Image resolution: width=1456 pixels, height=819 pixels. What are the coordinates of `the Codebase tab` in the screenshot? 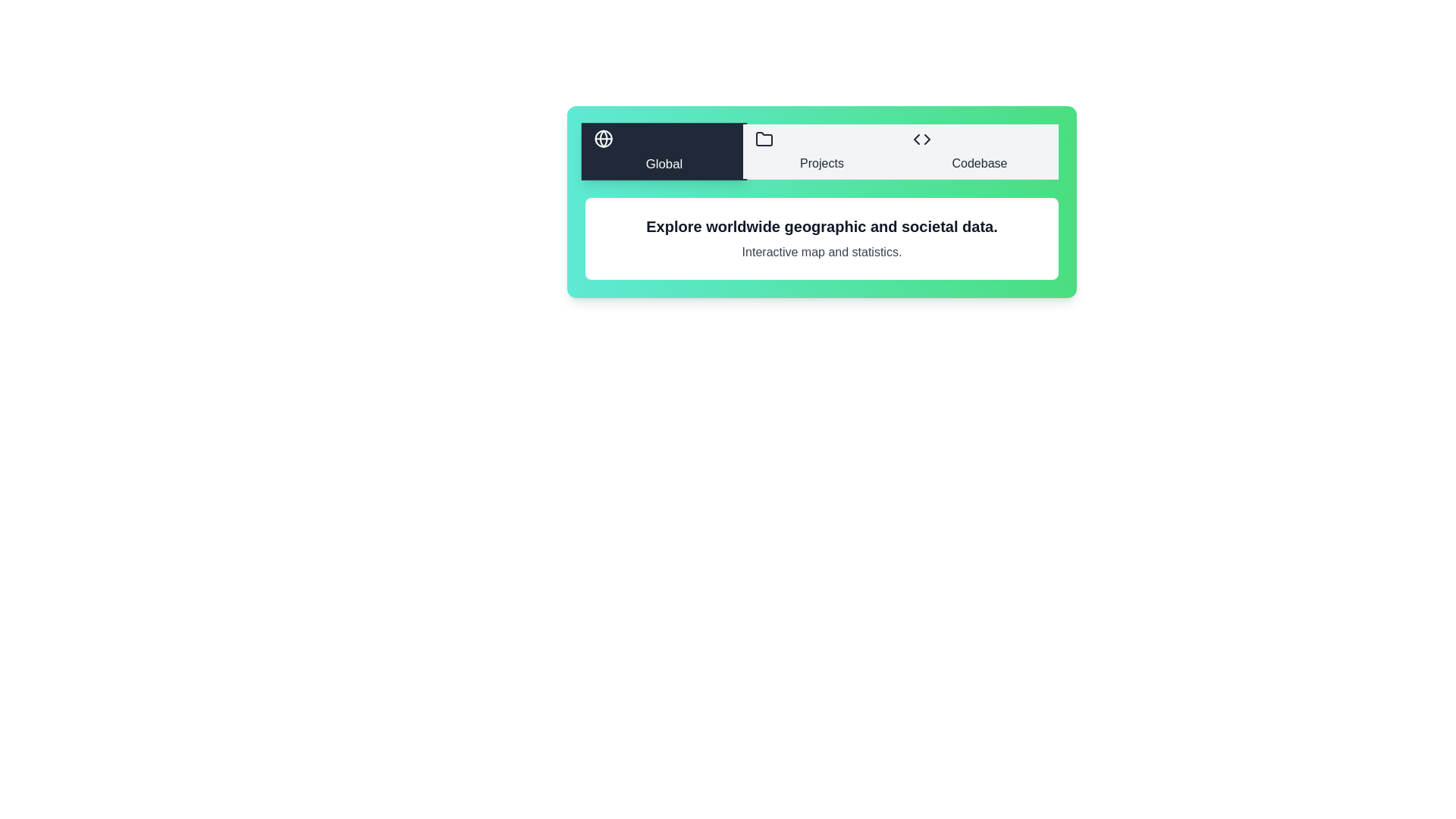 It's located at (979, 152).